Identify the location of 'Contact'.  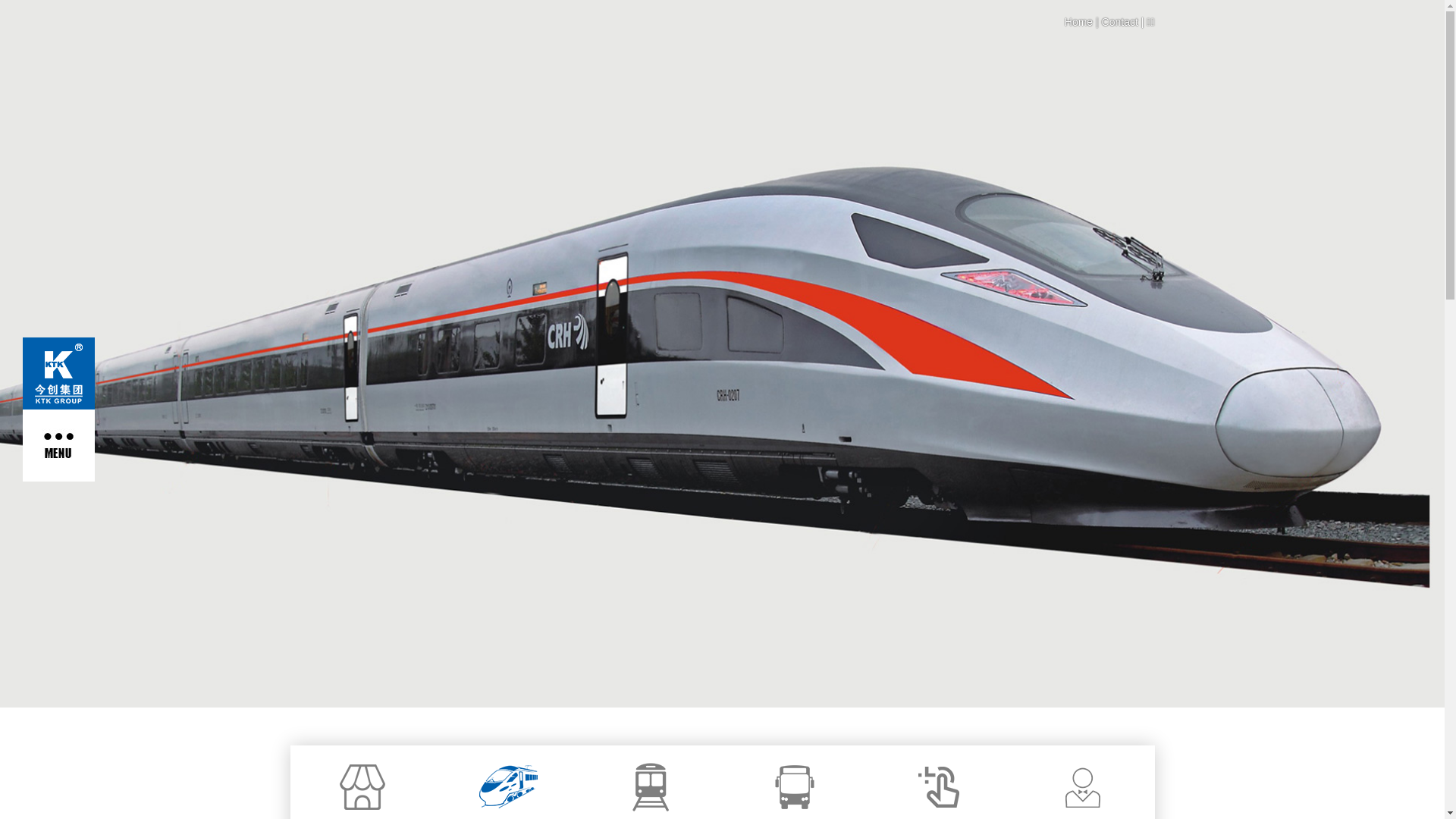
(1120, 22).